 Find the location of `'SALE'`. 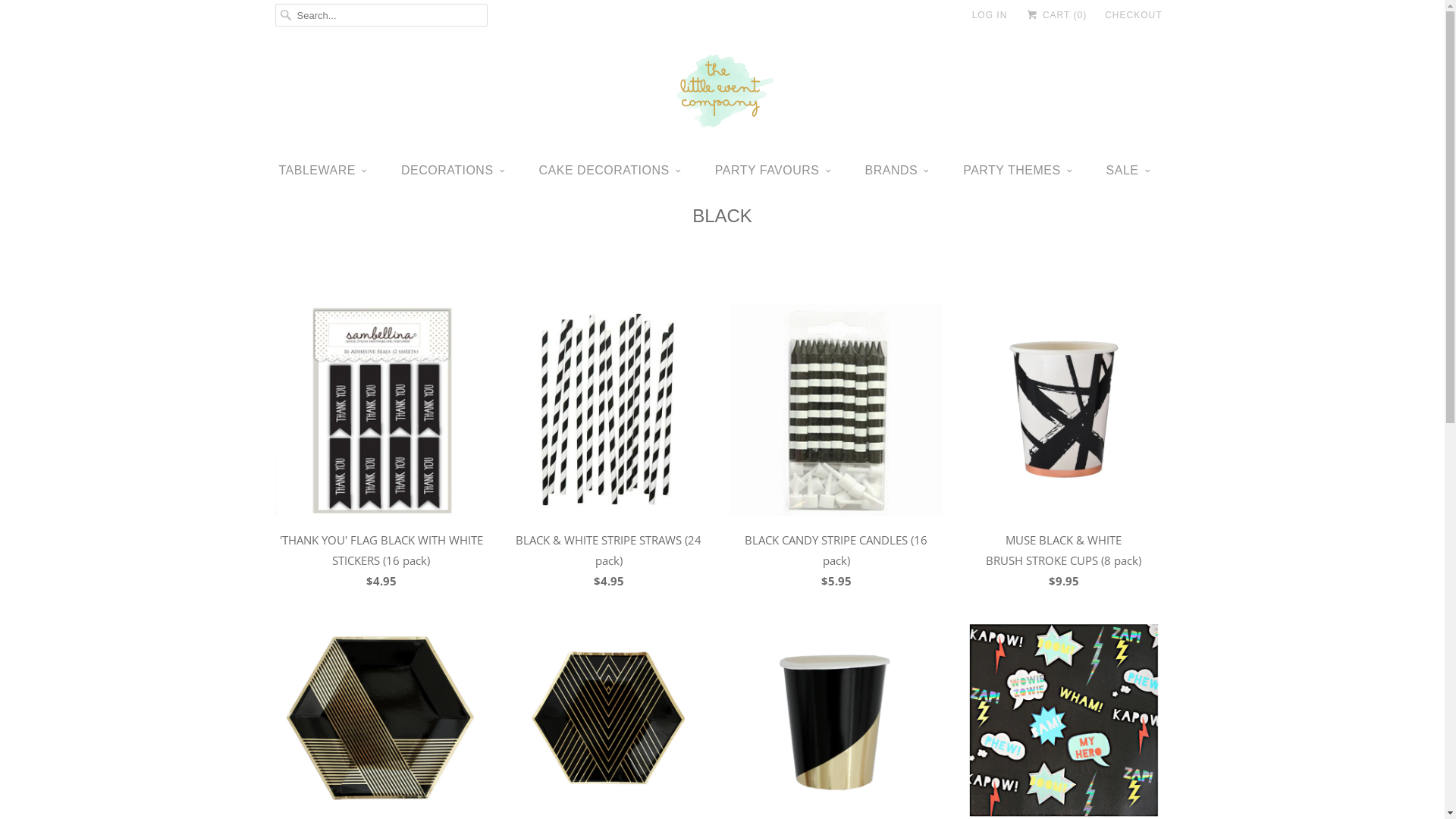

'SALE' is located at coordinates (1106, 171).